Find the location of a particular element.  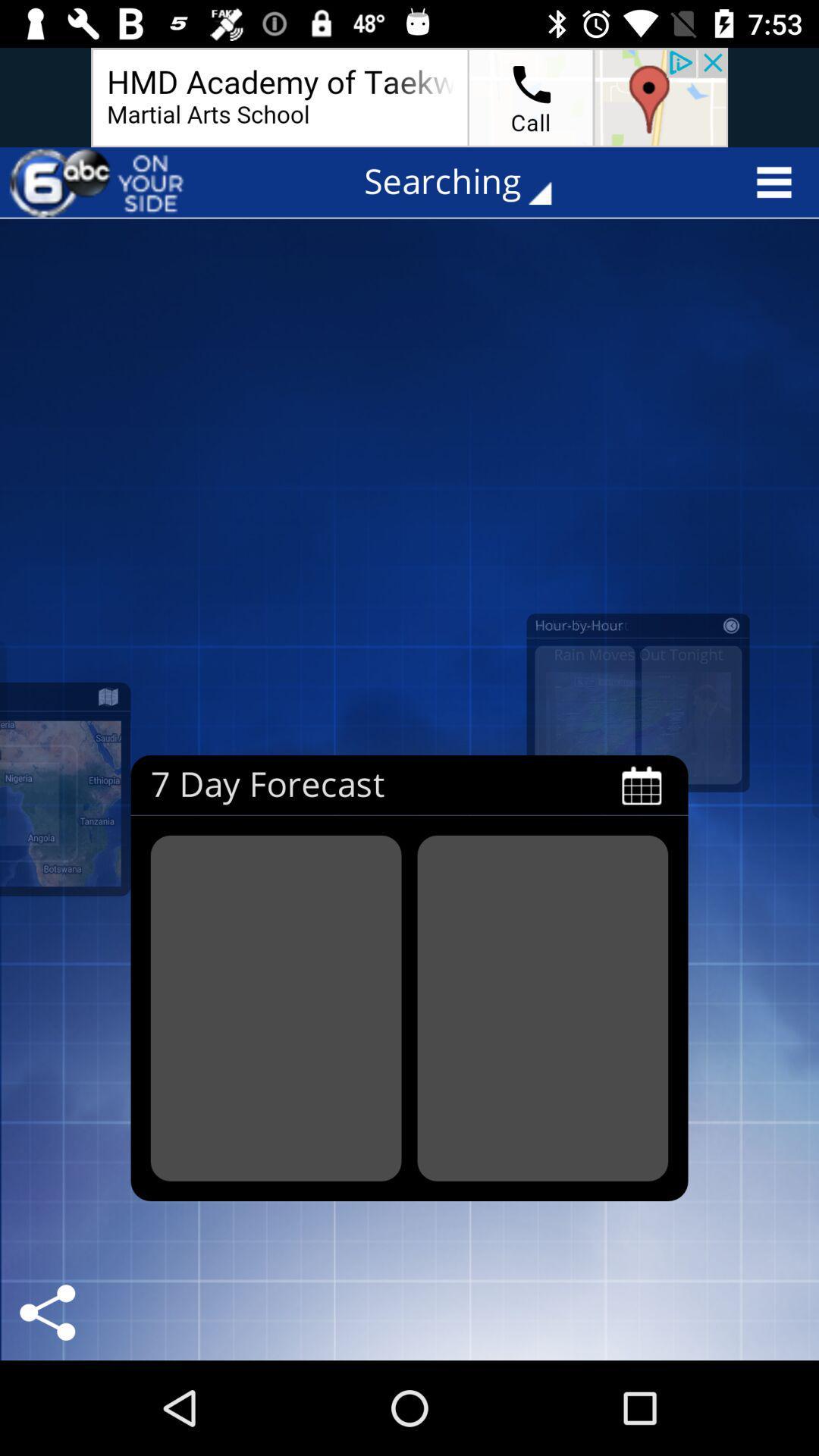

the share icon is located at coordinates (46, 1312).